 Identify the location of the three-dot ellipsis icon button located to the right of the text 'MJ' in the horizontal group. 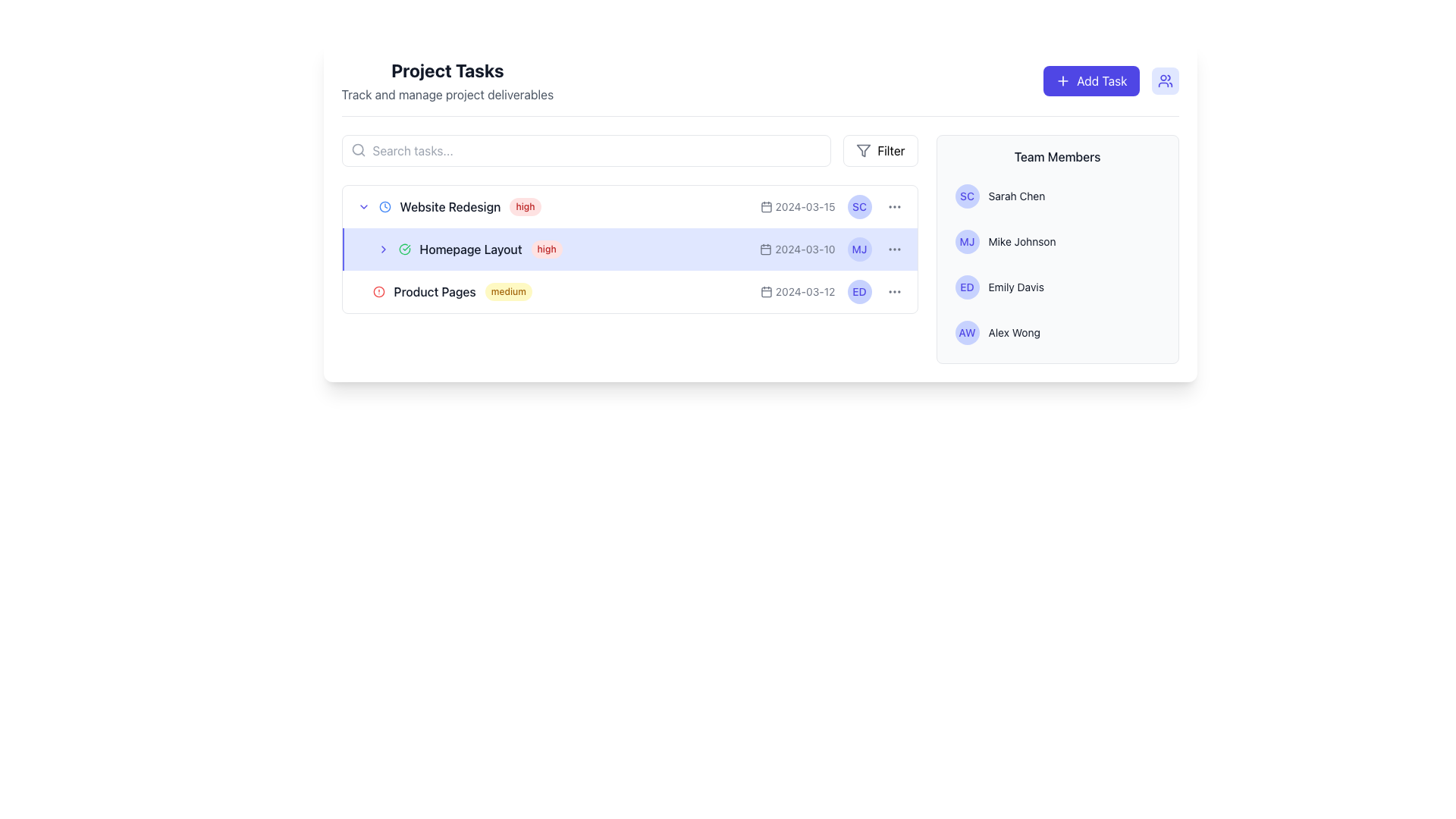
(894, 248).